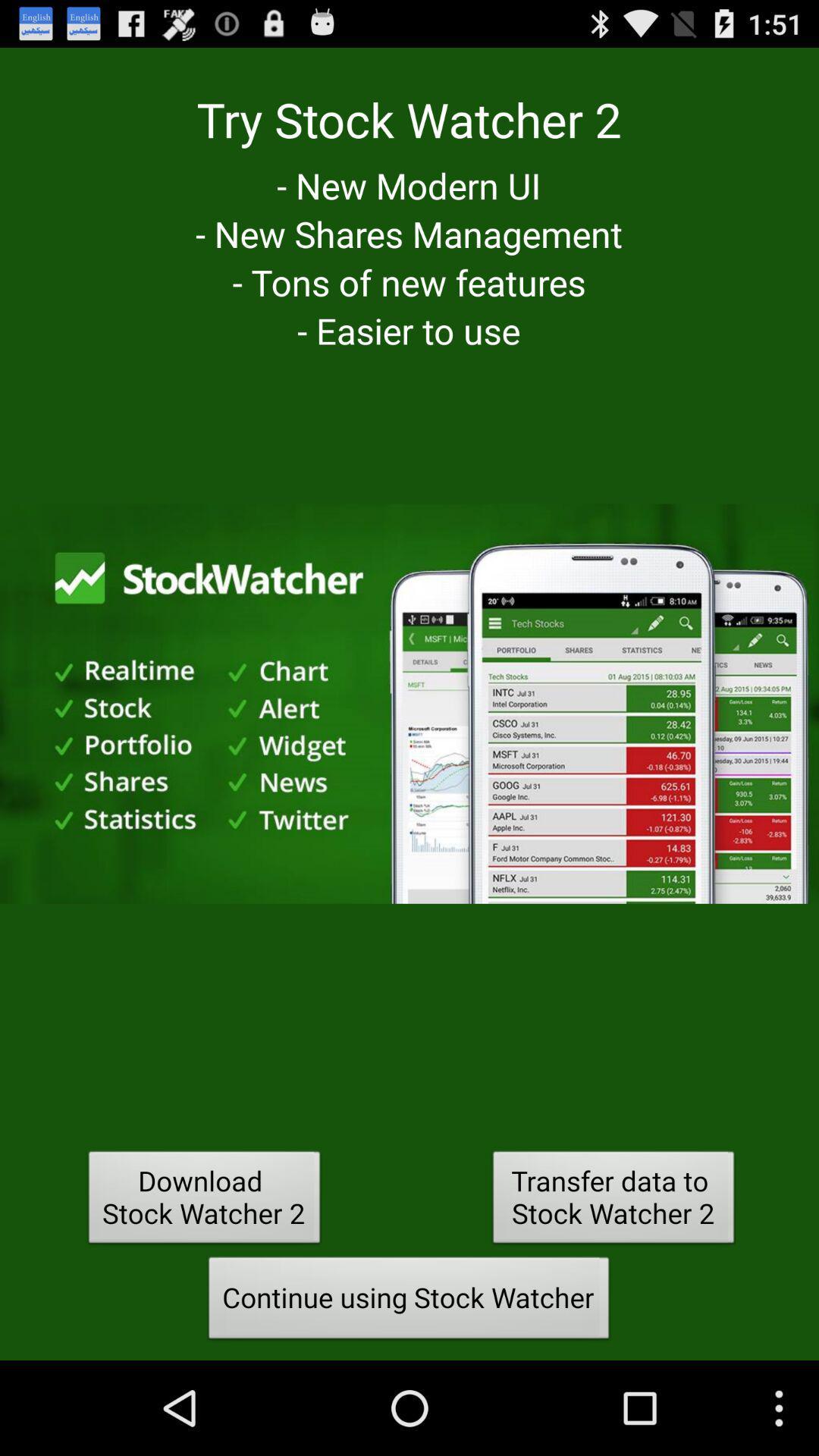  I want to click on the transfer data to, so click(613, 1200).